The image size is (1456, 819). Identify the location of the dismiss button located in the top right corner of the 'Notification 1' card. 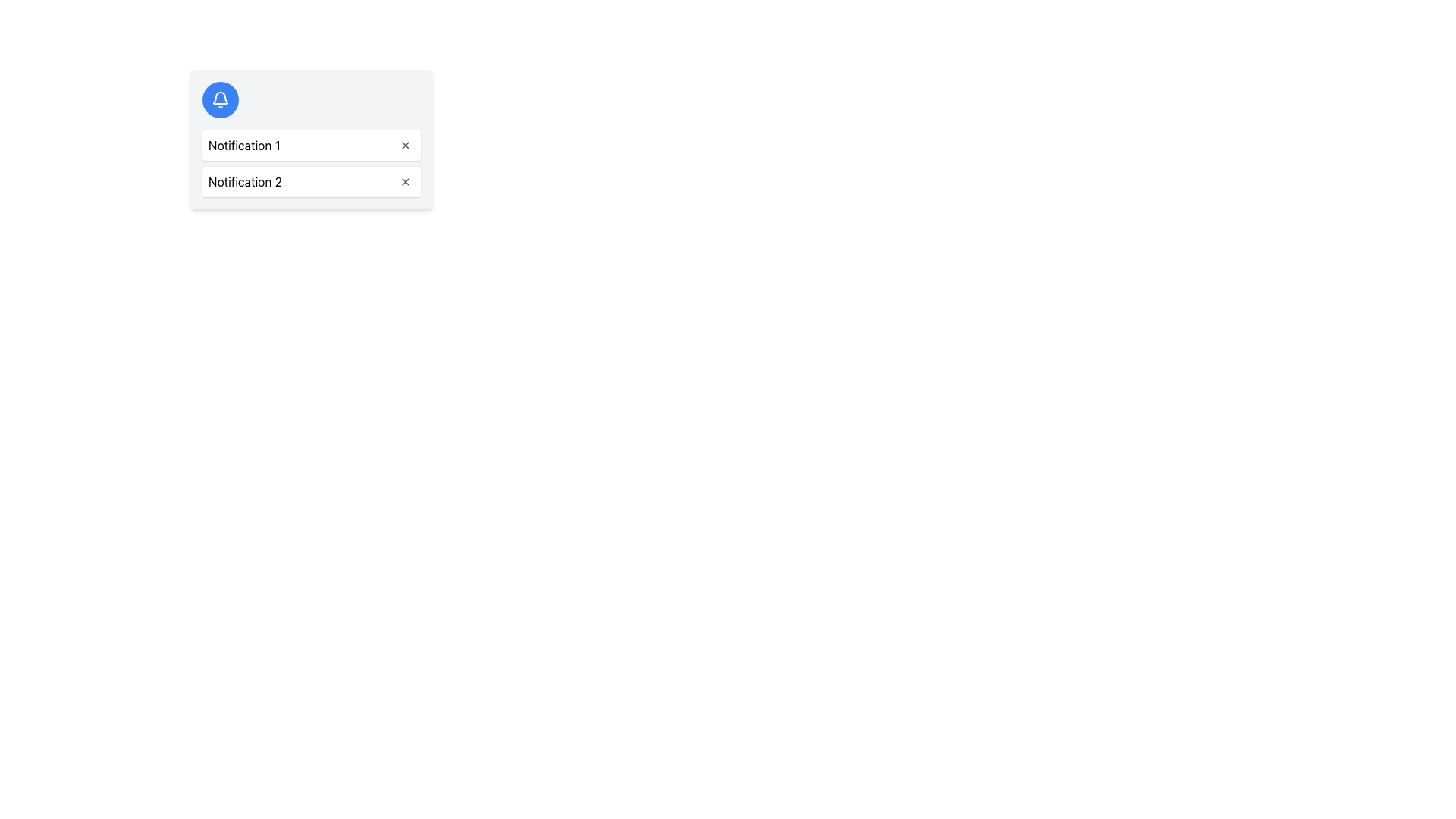
(405, 146).